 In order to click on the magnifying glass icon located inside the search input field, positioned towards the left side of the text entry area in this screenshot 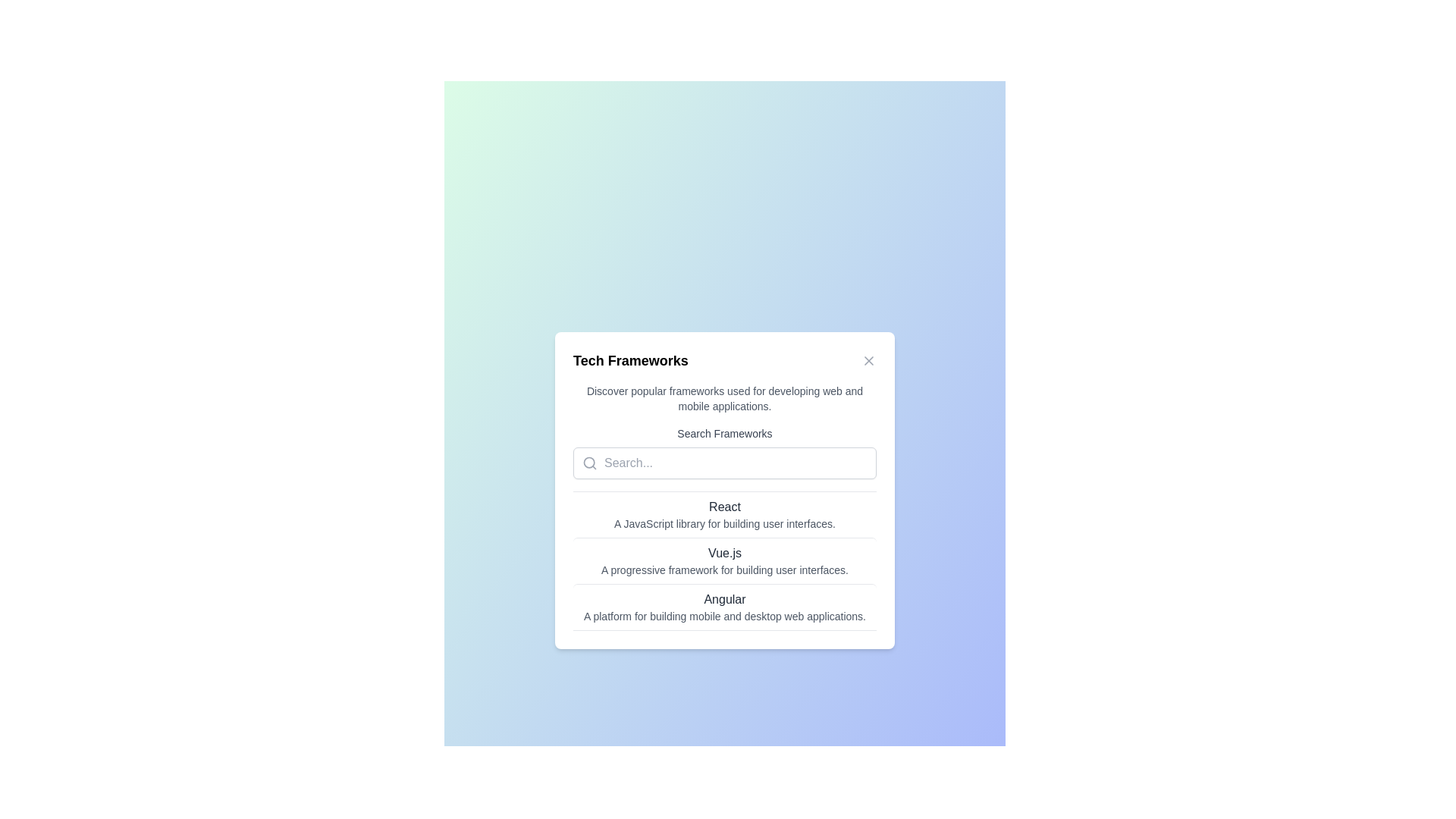, I will do `click(588, 462)`.